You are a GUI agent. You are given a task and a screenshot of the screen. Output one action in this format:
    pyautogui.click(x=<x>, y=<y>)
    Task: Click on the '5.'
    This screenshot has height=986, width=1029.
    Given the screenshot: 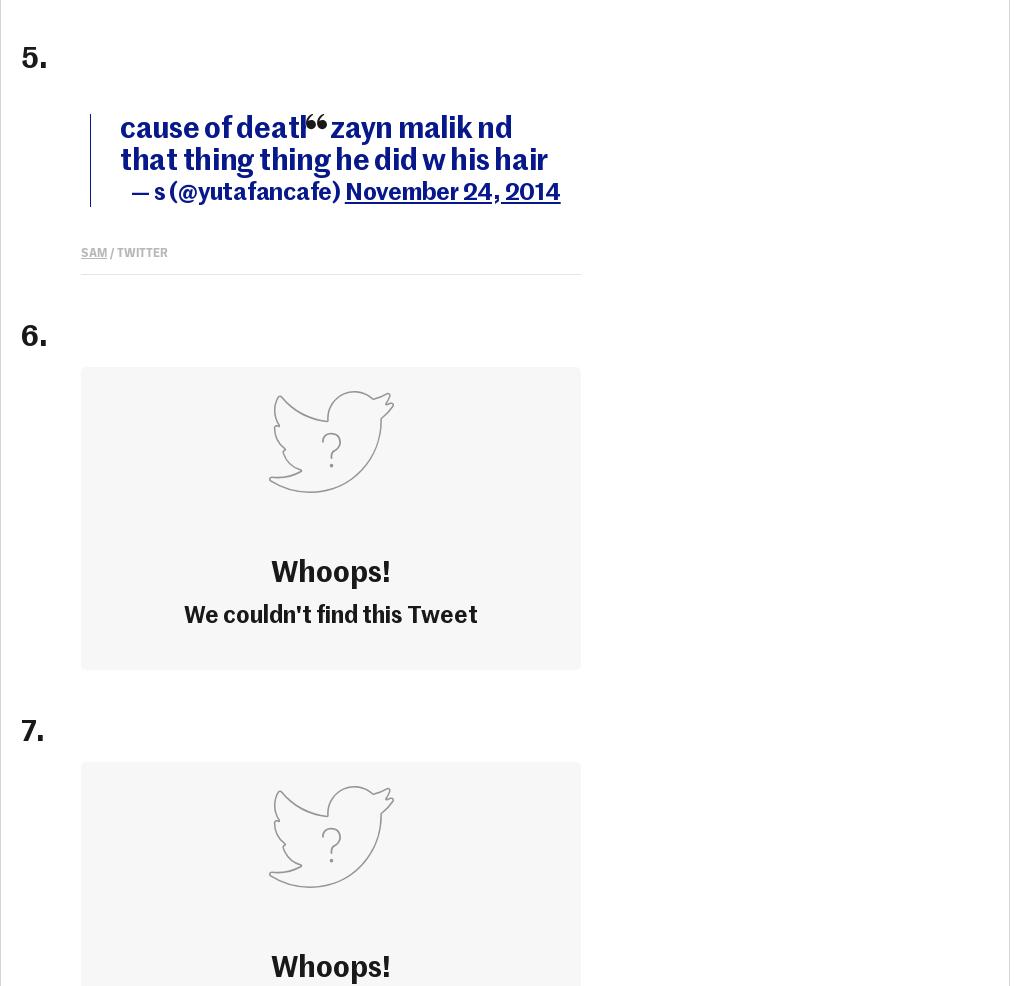 What is the action you would take?
    pyautogui.click(x=34, y=59)
    